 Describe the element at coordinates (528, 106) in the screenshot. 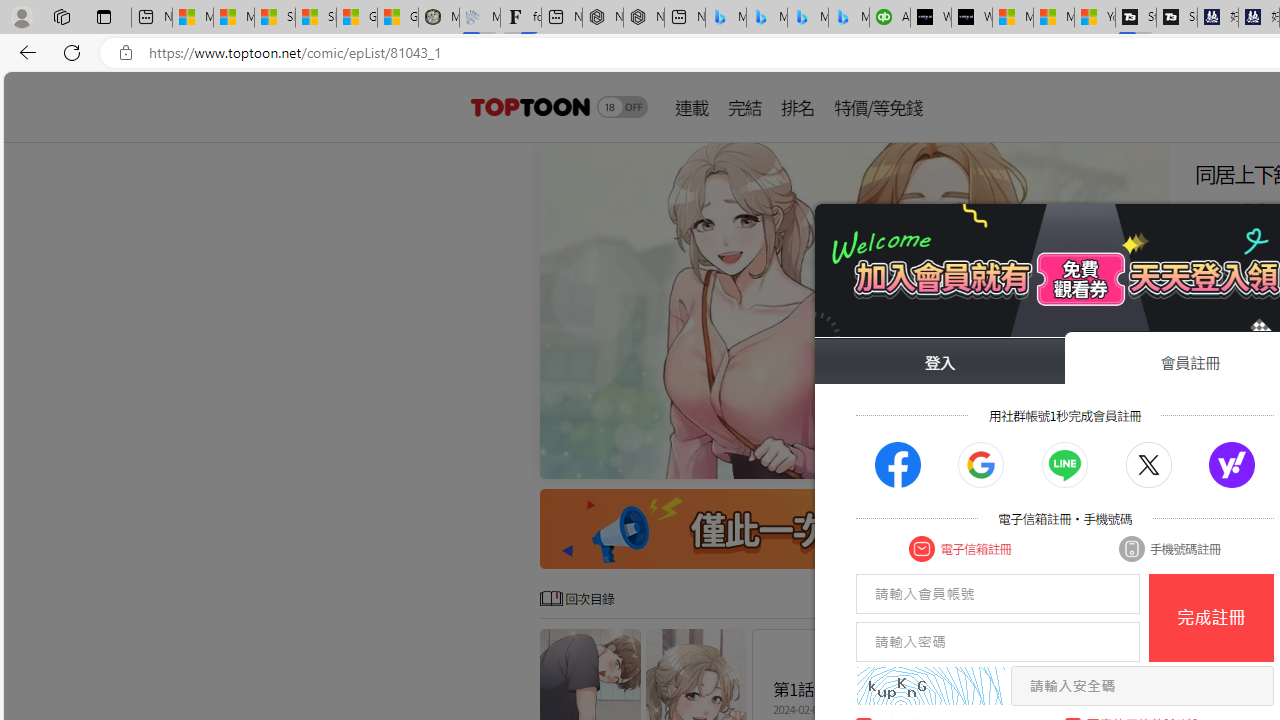

I see `'header'` at that location.